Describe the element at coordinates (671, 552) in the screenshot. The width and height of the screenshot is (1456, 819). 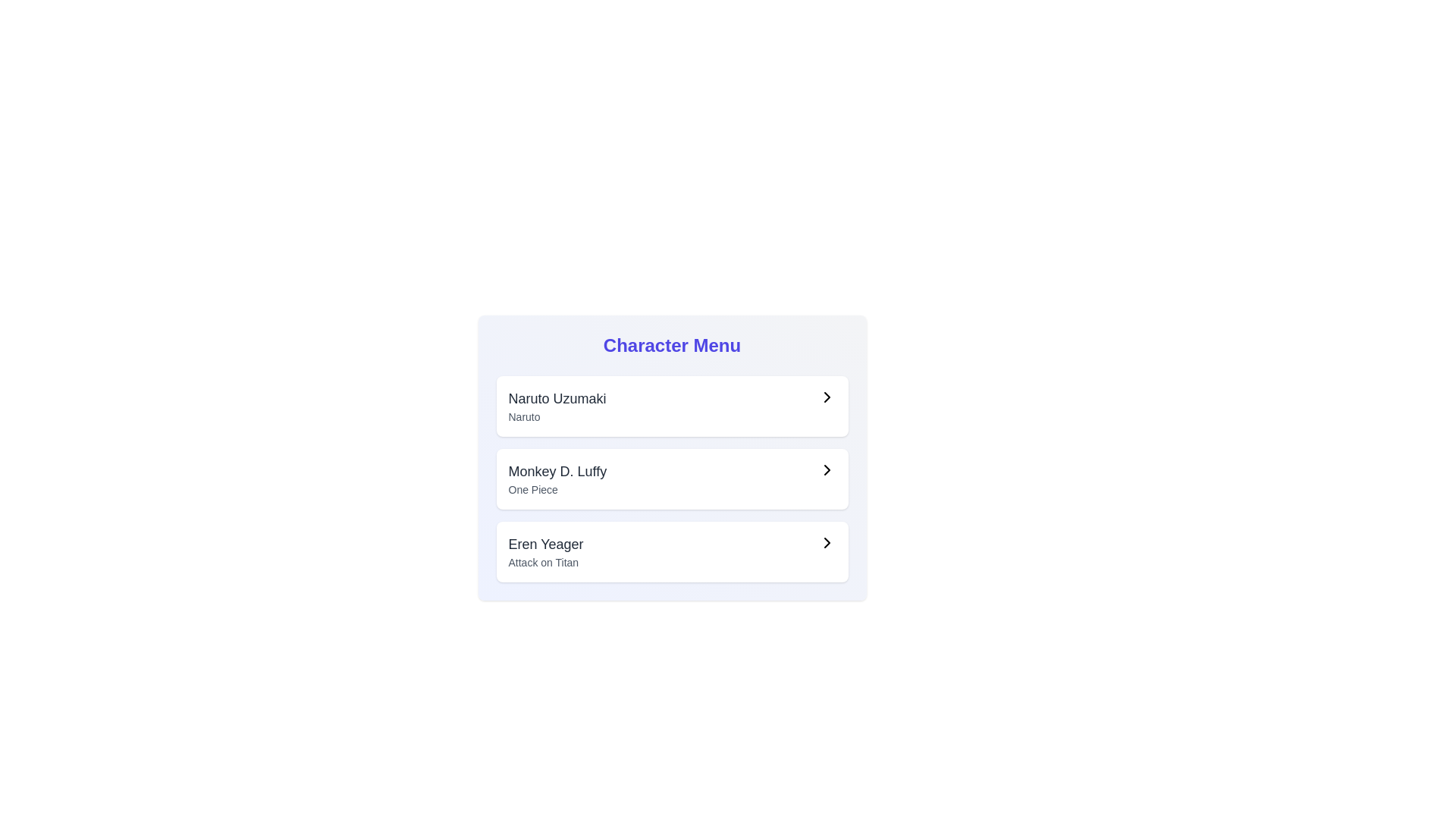
I see `the 'Eren Yeager' card, which is the third card in the 'Character Menu'` at that location.